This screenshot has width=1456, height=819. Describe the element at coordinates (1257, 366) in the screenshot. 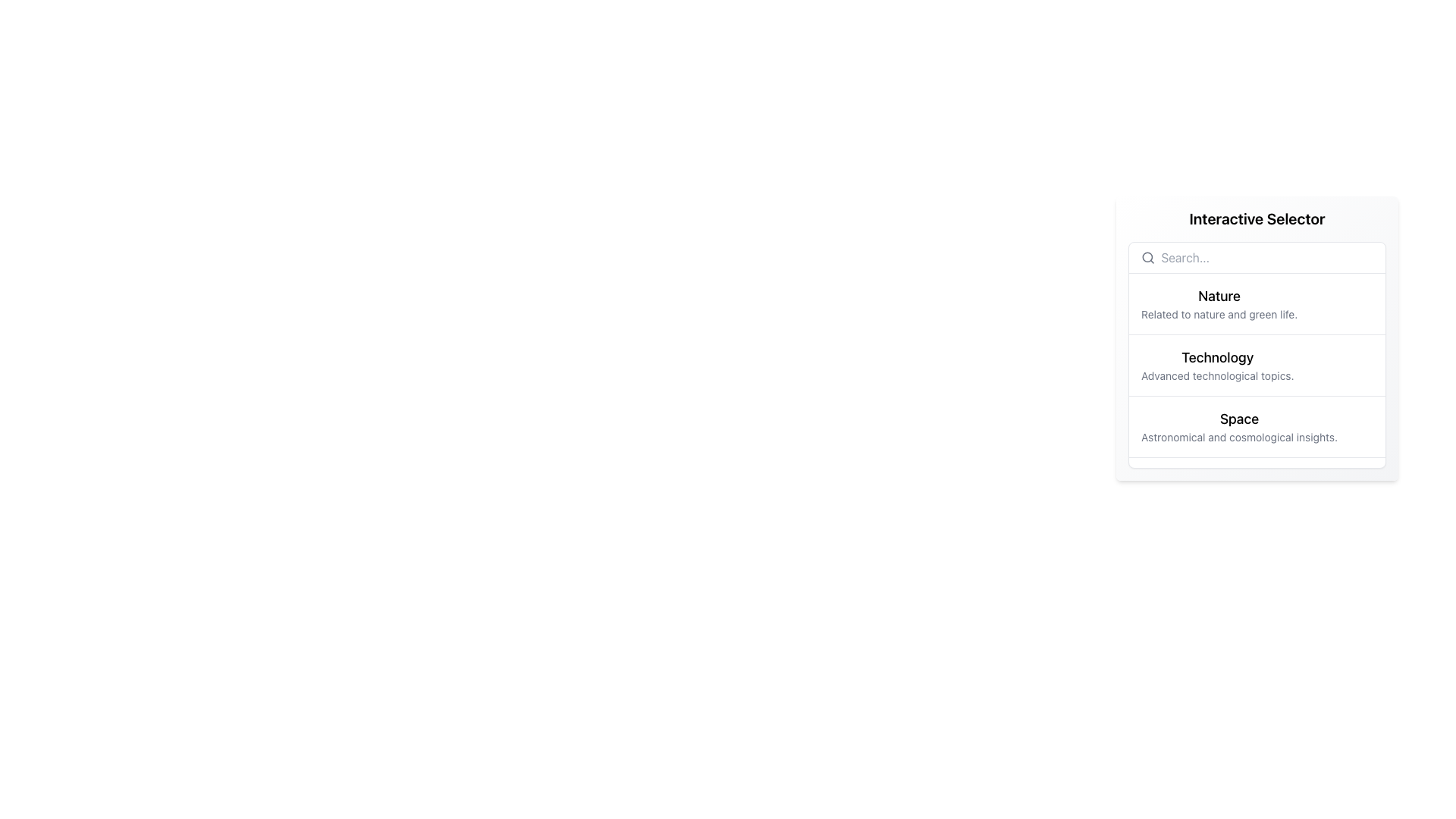

I see `the interactive list item representing the category 'Technology'` at that location.